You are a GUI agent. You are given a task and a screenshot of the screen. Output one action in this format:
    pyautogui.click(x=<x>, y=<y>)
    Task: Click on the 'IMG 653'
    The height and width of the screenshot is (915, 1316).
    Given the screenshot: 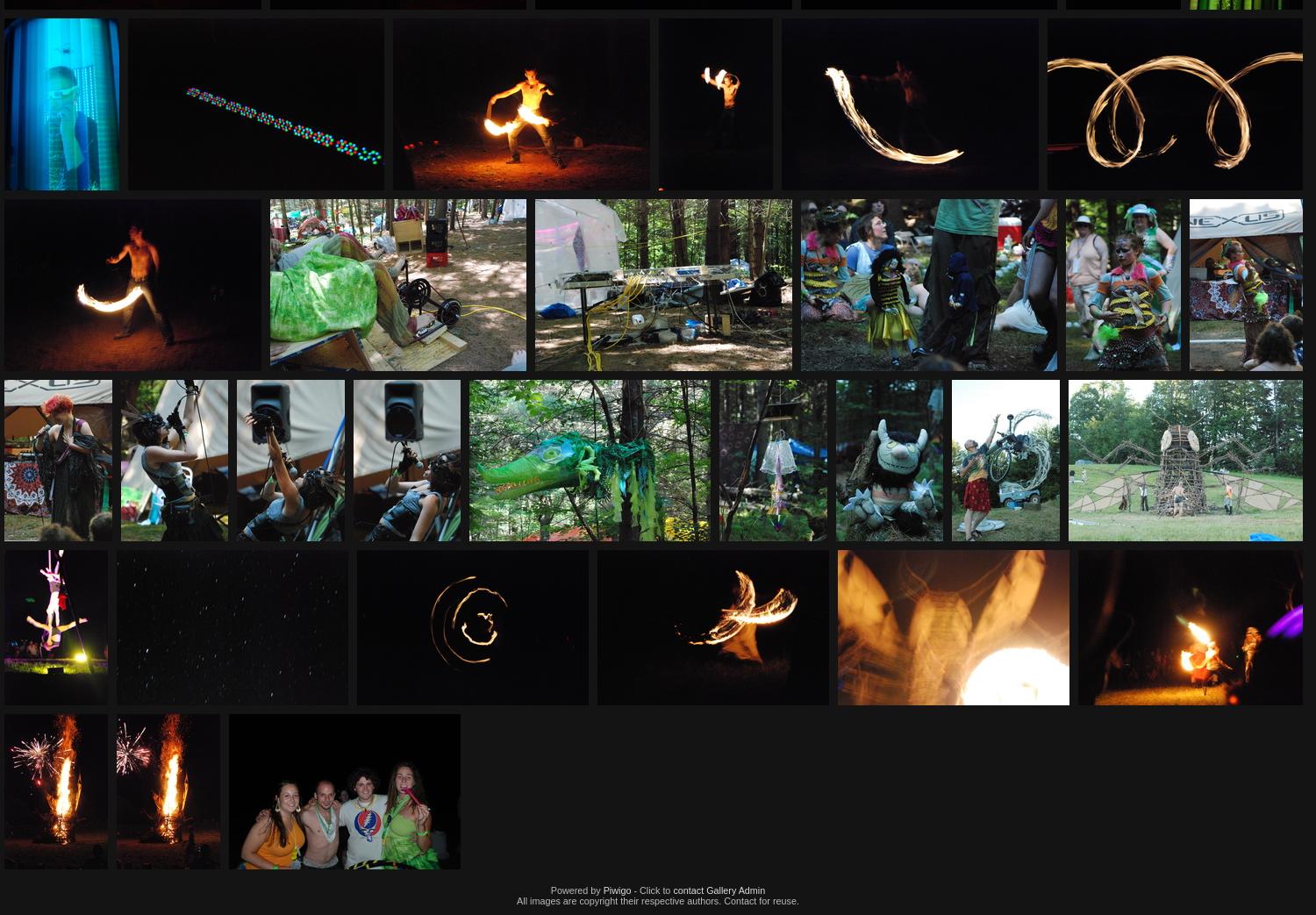 What is the action you would take?
    pyautogui.click(x=1187, y=553)
    